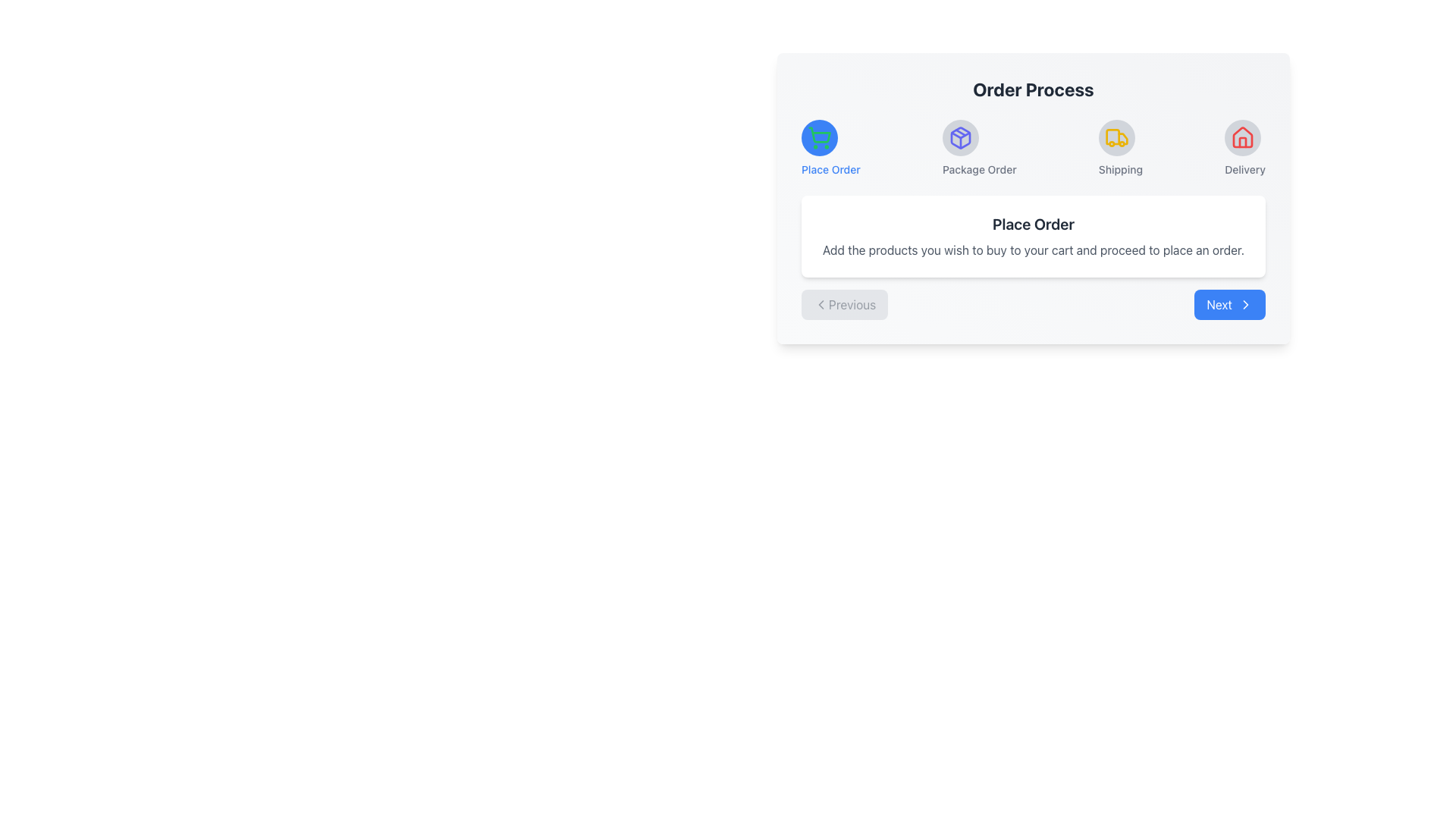  What do you see at coordinates (960, 134) in the screenshot?
I see `the 'Package Order' SVG icon, which indicates the packaging step in the order process flow` at bounding box center [960, 134].